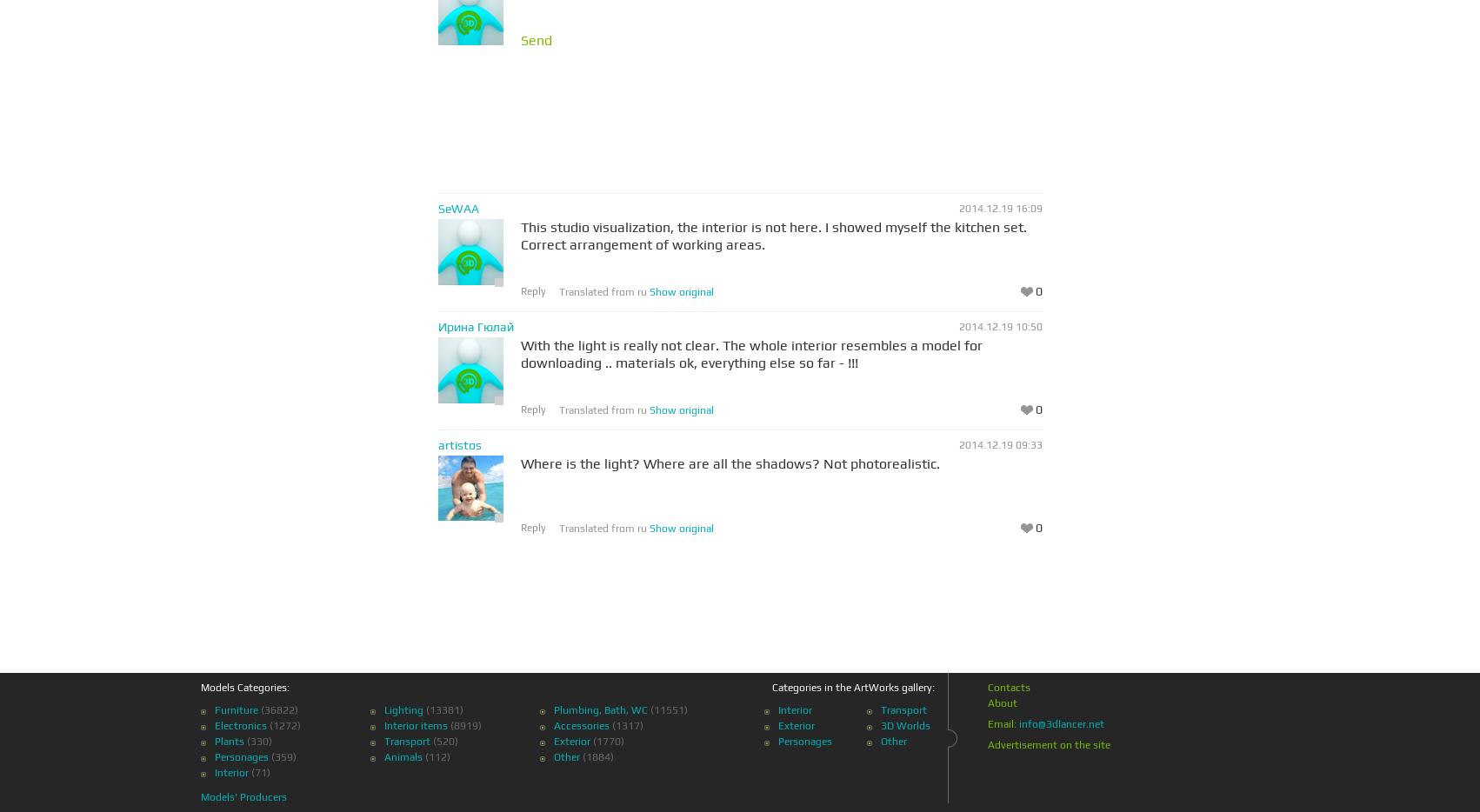 Image resolution: width=1480 pixels, height=812 pixels. I want to click on '2014.12.19 10:50', so click(957, 326).